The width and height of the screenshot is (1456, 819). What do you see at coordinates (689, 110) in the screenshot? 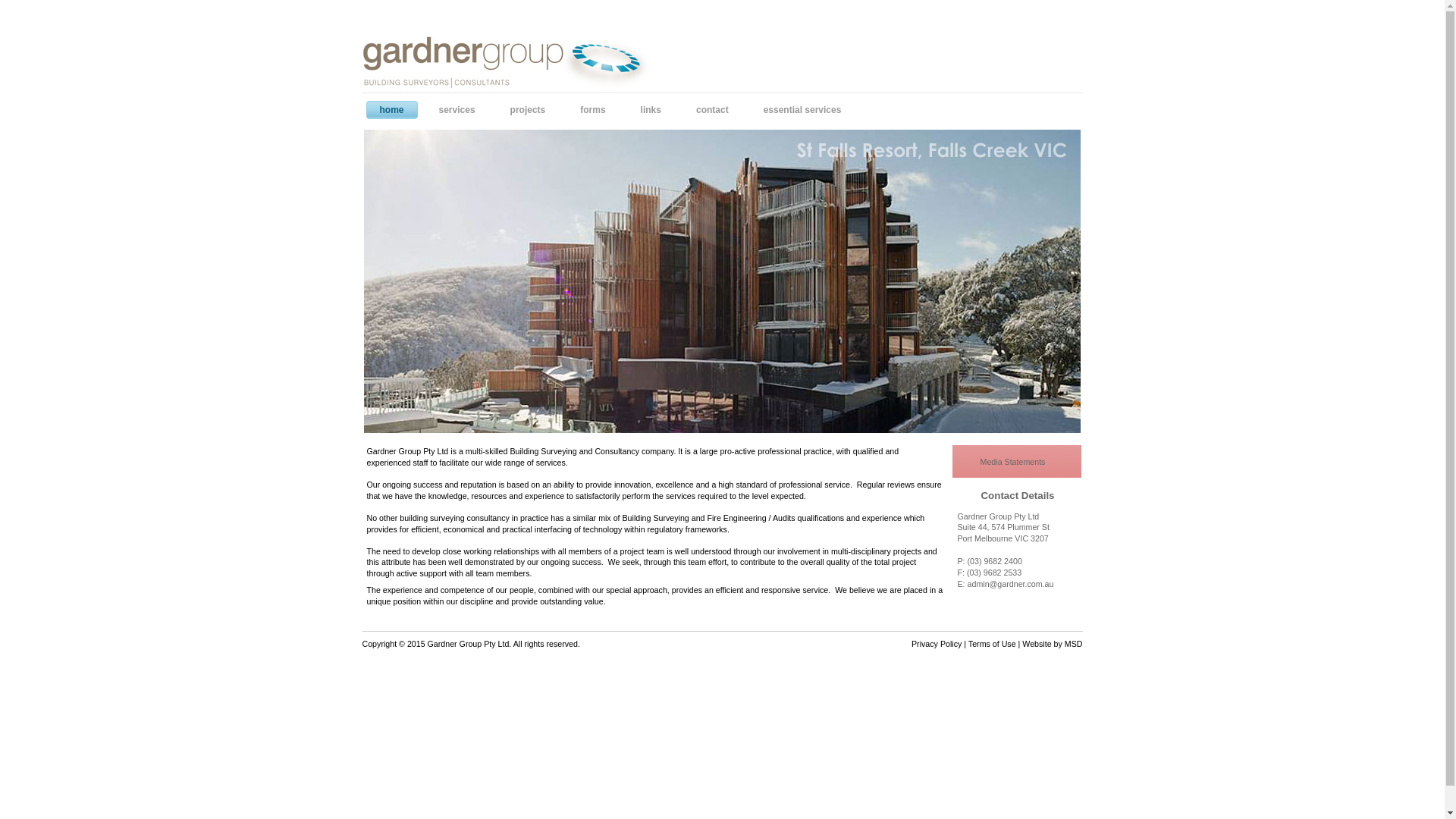
I see `'contact'` at bounding box center [689, 110].